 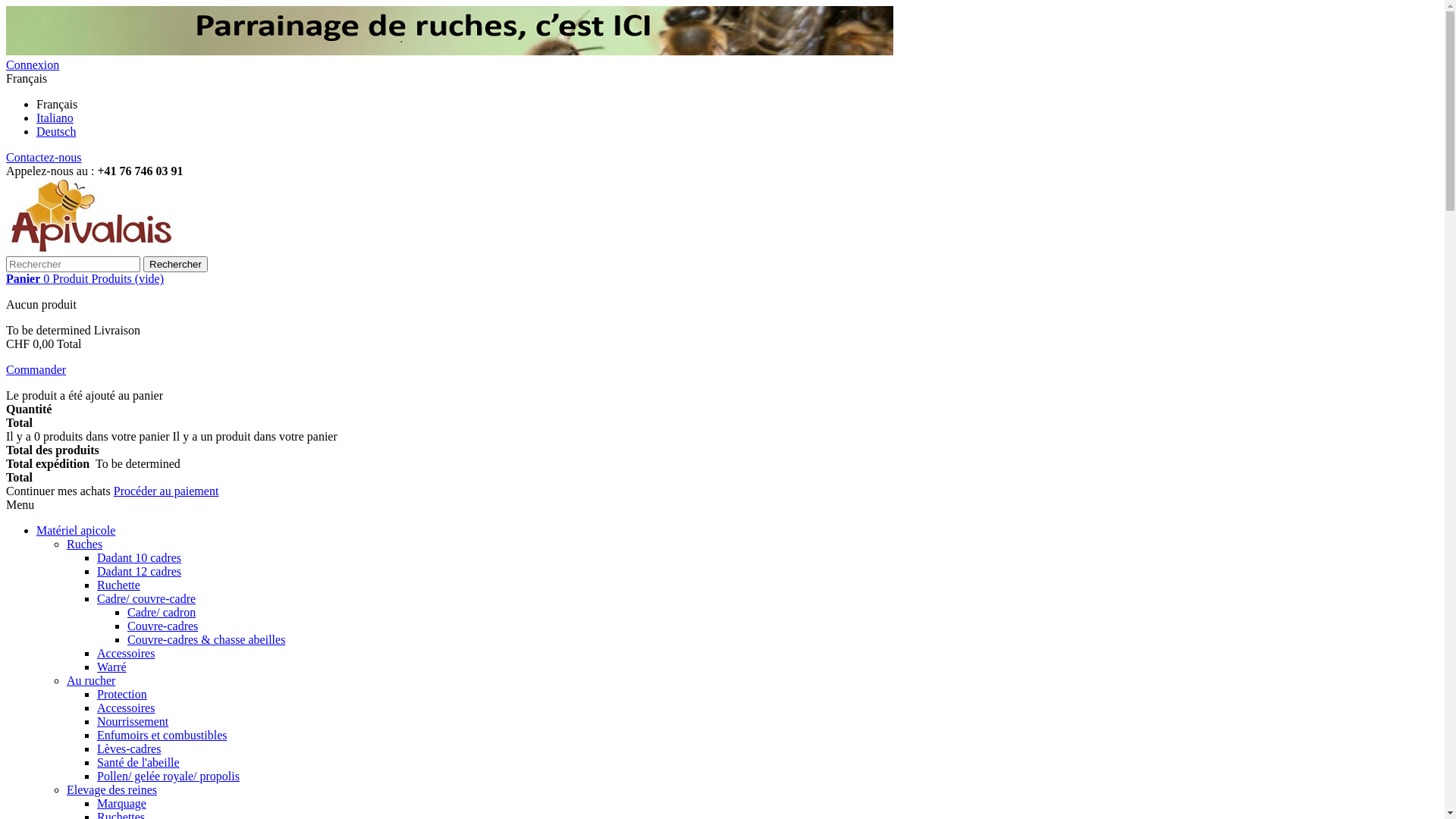 What do you see at coordinates (96, 720) in the screenshot?
I see `'Nourrissement'` at bounding box center [96, 720].